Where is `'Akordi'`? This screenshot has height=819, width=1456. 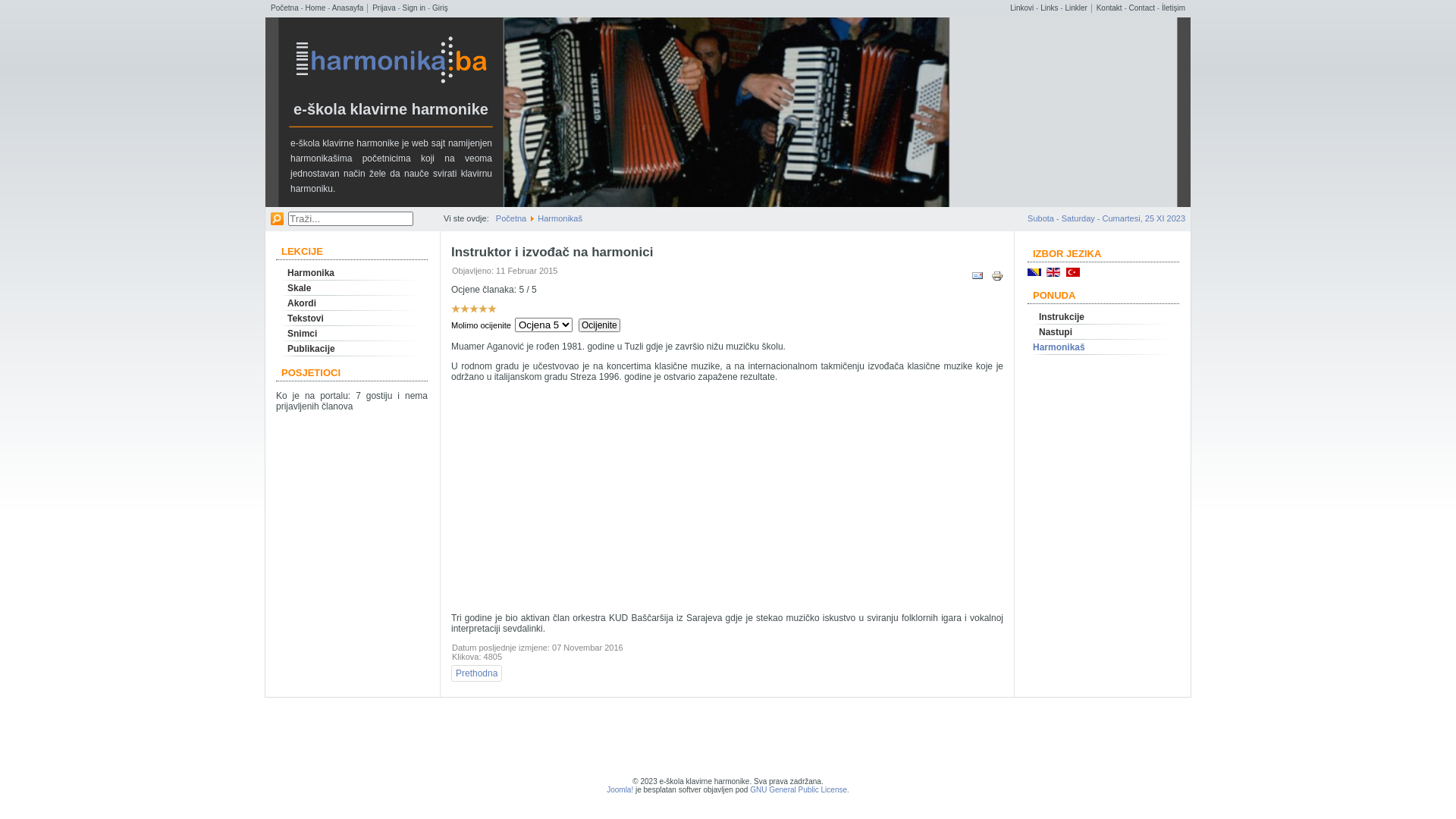 'Akordi' is located at coordinates (351, 303).